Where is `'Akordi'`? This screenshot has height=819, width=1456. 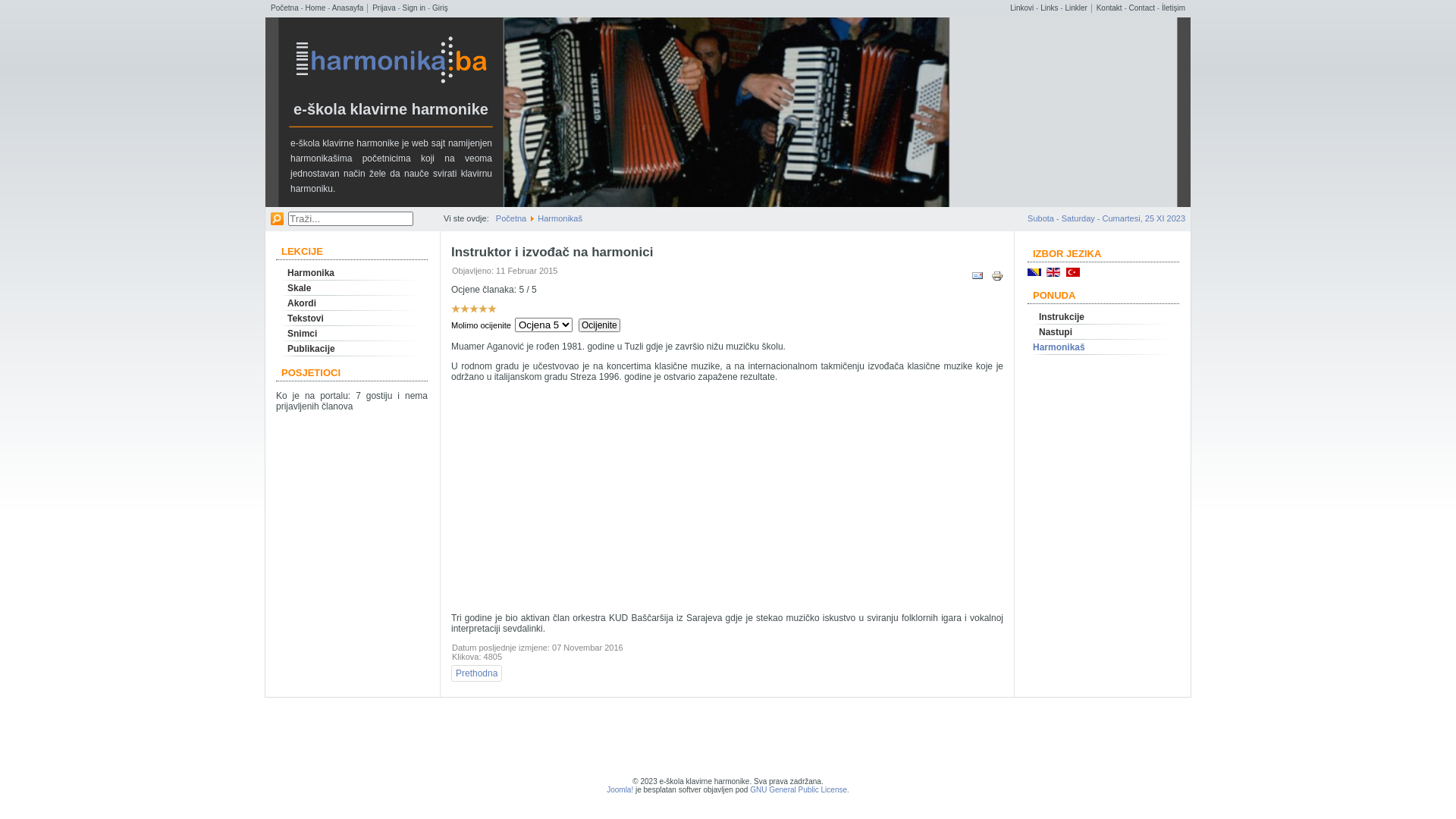 'Akordi' is located at coordinates (351, 303).